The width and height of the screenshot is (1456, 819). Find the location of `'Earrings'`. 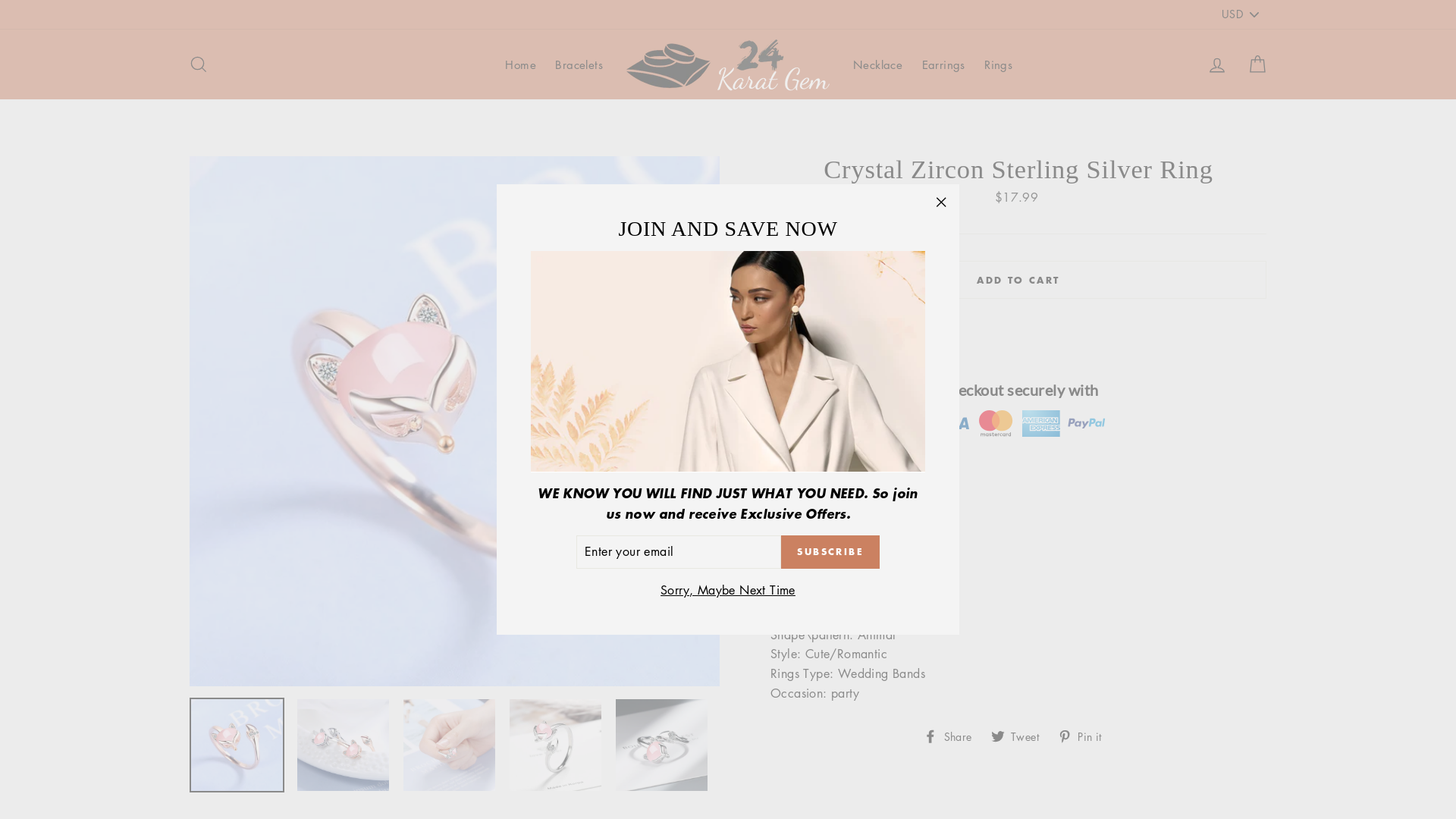

'Earrings' is located at coordinates (943, 63).